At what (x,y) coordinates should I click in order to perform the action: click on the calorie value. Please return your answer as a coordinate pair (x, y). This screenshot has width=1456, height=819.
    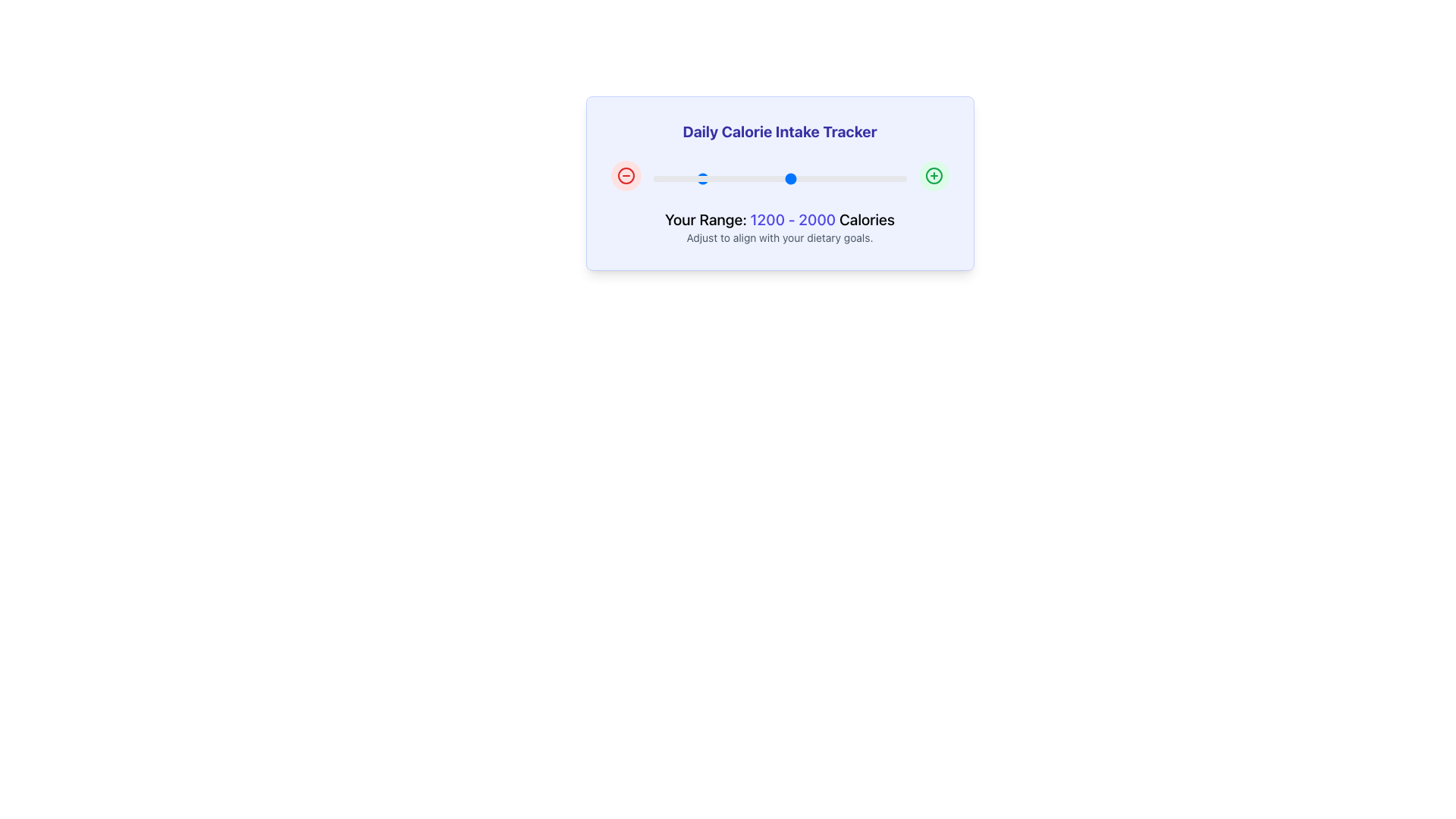
    Looking at the image, I should click on (776, 177).